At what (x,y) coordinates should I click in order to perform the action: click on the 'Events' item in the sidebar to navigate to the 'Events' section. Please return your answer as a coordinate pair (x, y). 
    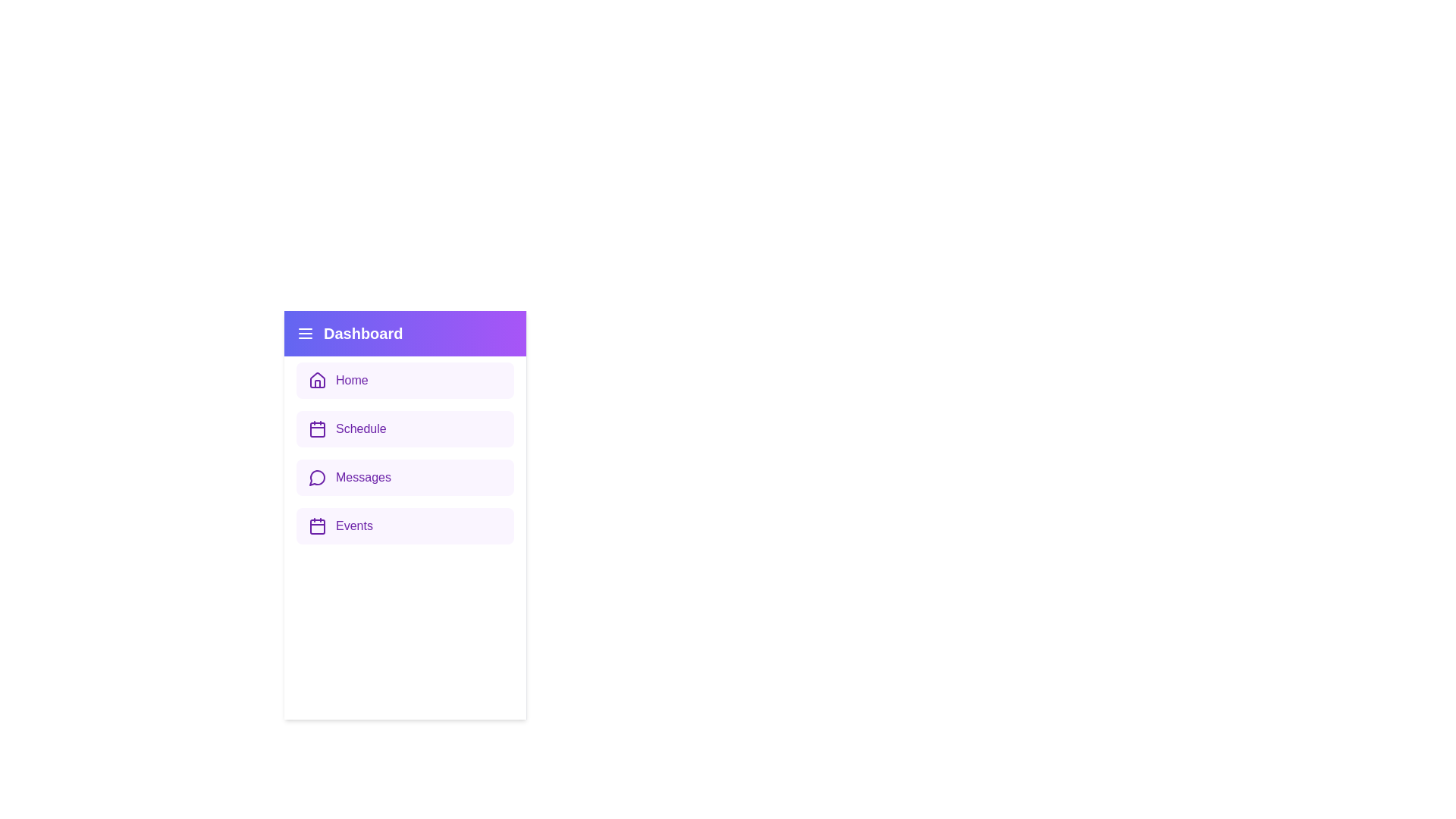
    Looking at the image, I should click on (405, 526).